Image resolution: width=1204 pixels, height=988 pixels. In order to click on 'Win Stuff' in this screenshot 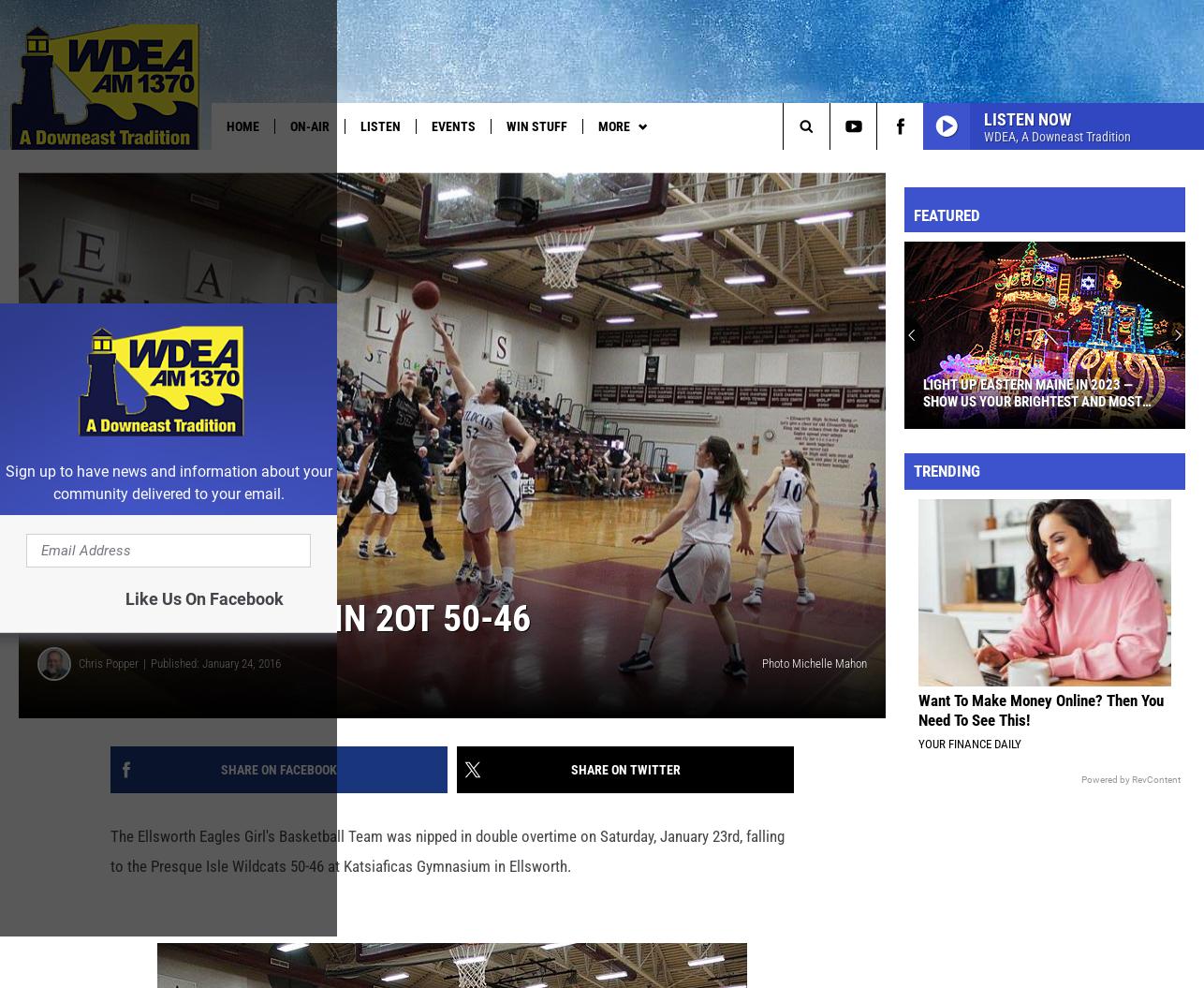, I will do `click(536, 126)`.